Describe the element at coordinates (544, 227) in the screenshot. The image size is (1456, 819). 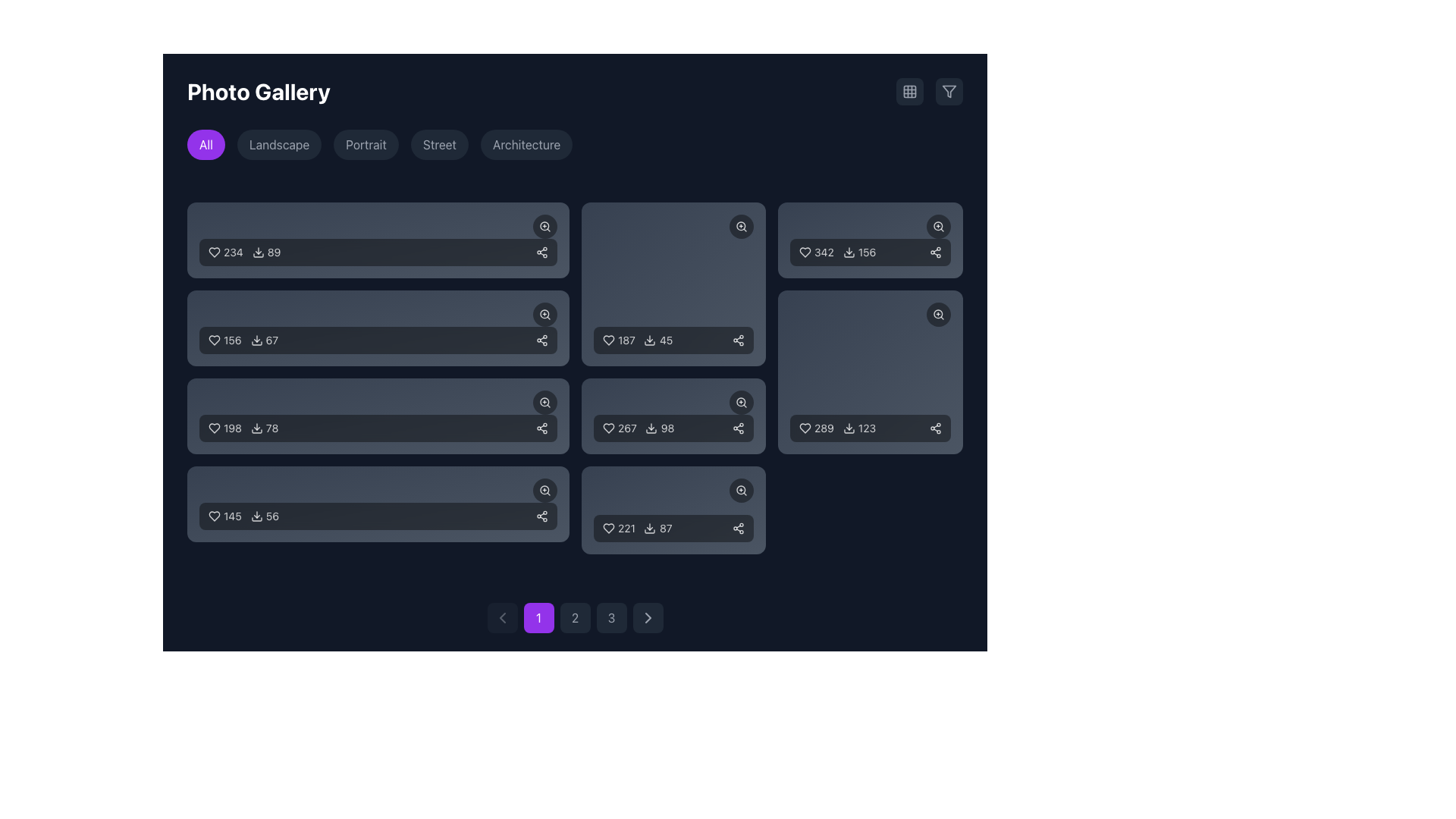
I see `the zoom button located at the top-right corner of the first rectangular card in the grid layout to zoom into the content or image it represents` at that location.